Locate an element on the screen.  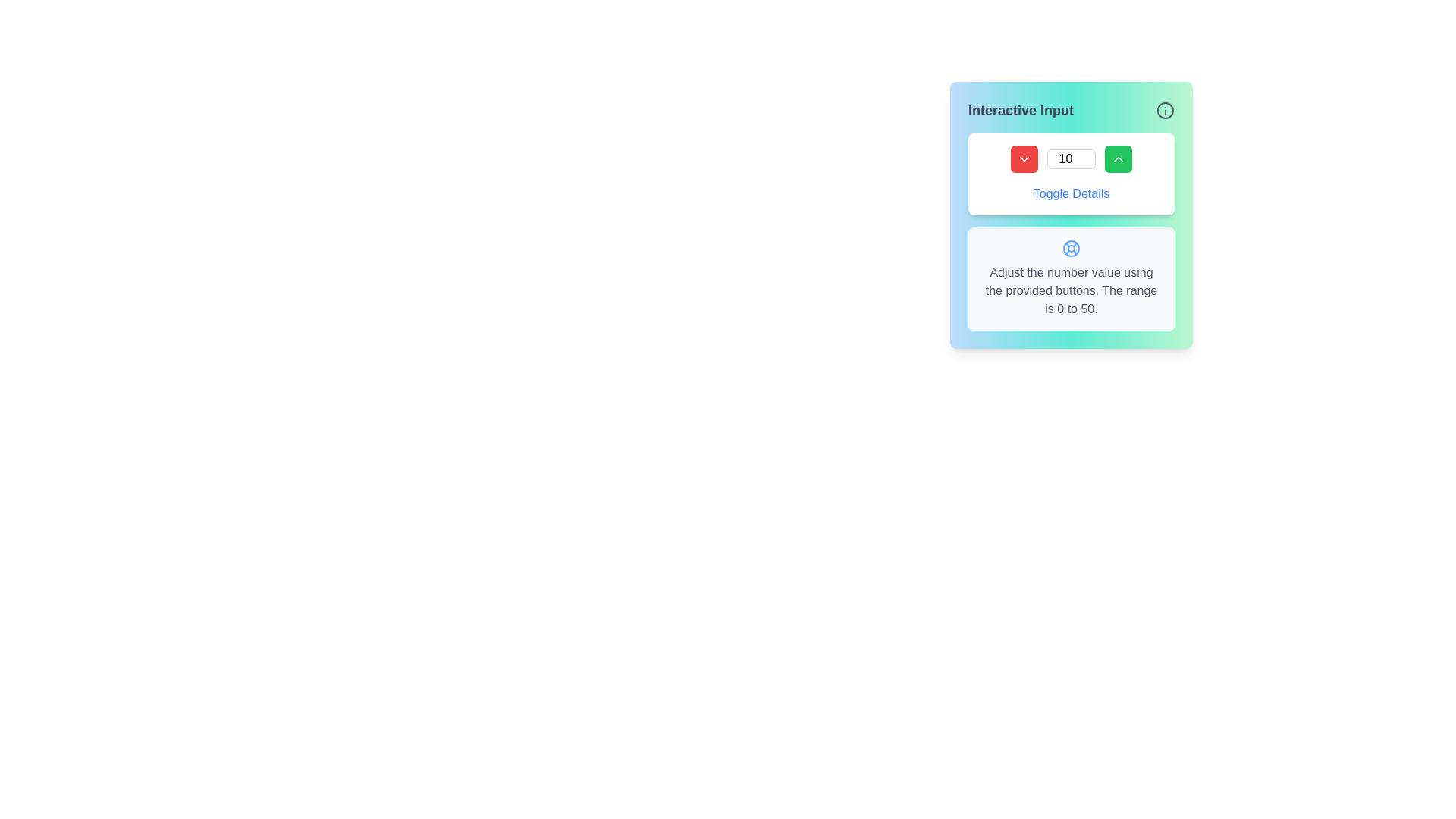
the information tooltip icon located in the top-right corner of the 'Interactive Input' header, next to its text is located at coordinates (1164, 110).